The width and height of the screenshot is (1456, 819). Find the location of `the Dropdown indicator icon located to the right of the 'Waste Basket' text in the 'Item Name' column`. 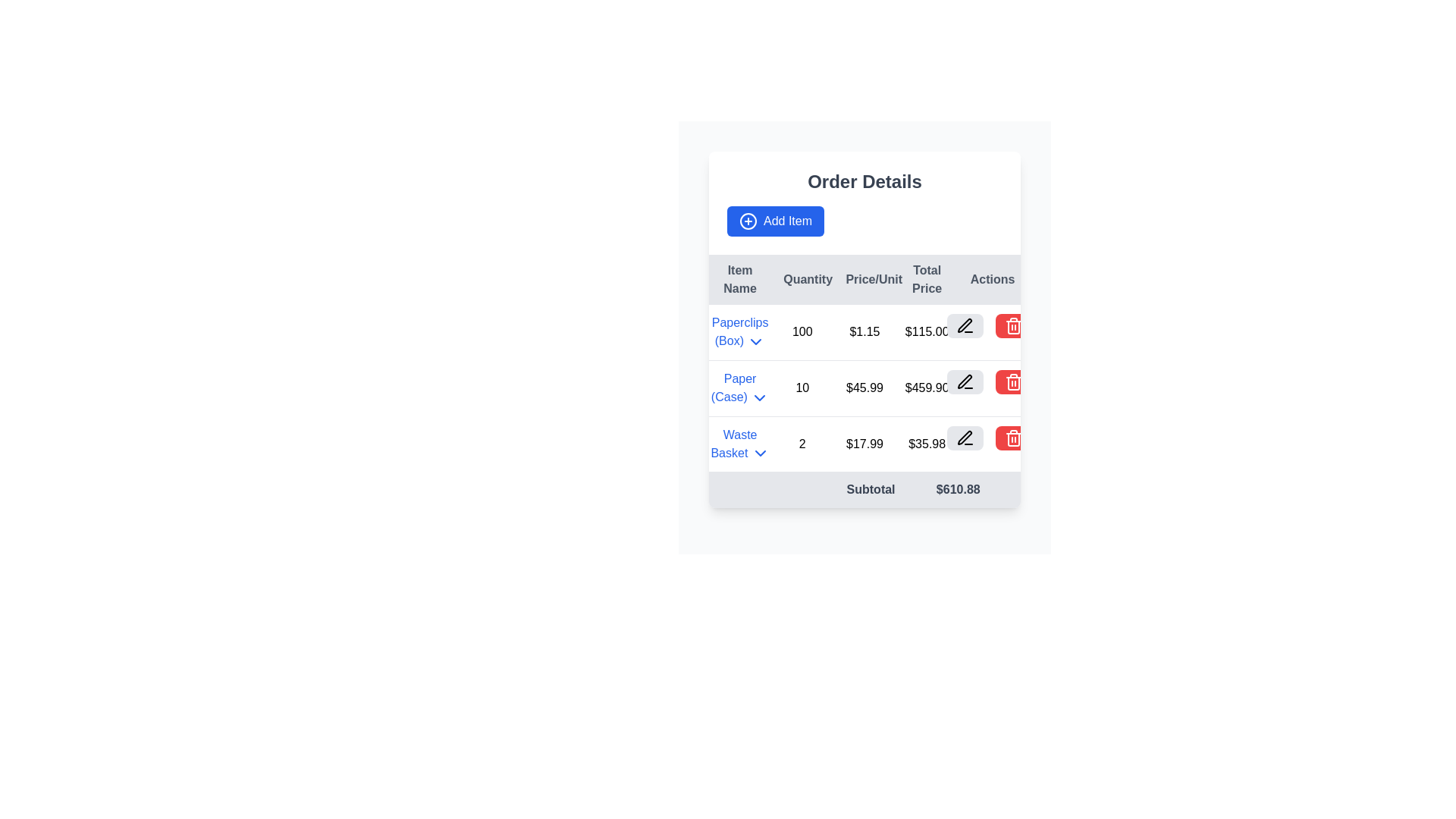

the Dropdown indicator icon located to the right of the 'Waste Basket' text in the 'Item Name' column is located at coordinates (760, 453).